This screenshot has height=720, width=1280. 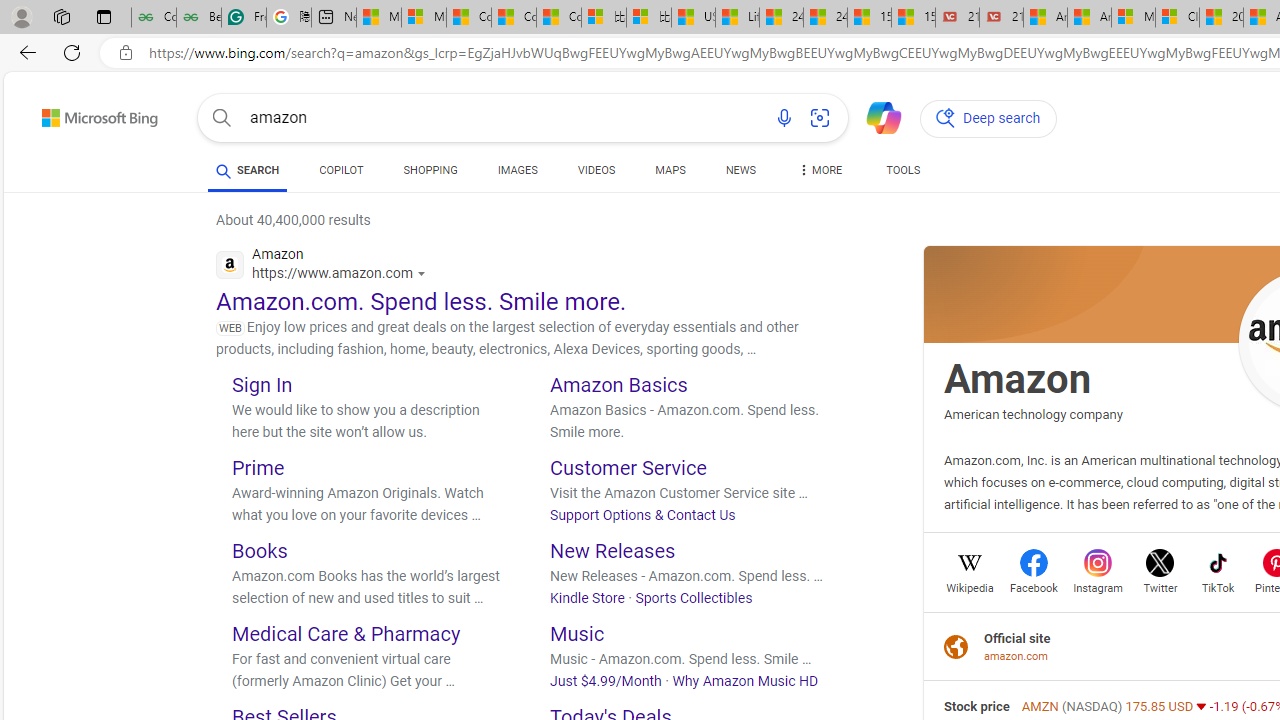 I want to click on 'Facebook', so click(x=1034, y=585).